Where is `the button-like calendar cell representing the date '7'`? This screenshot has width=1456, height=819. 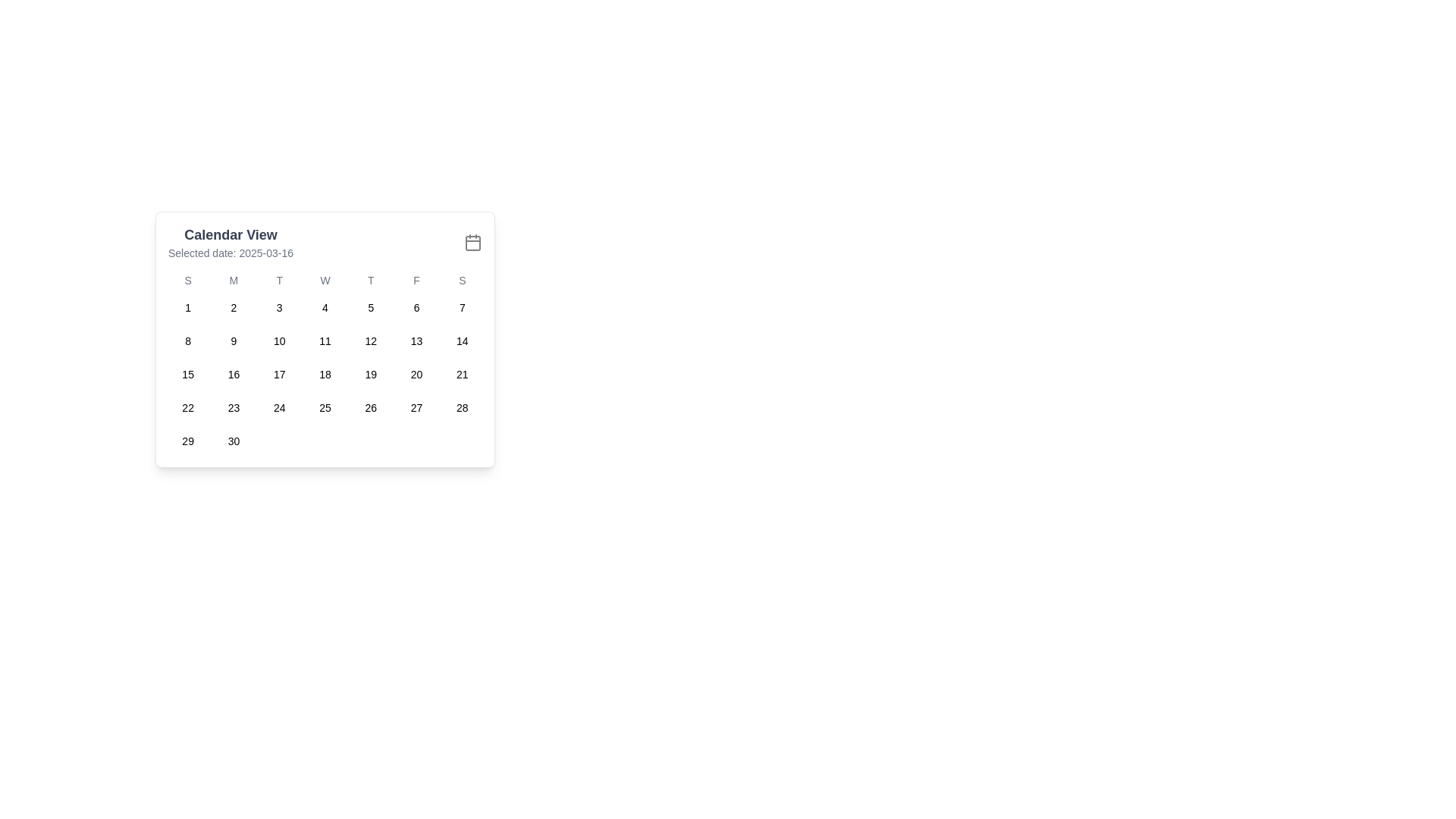
the button-like calendar cell representing the date '7' is located at coordinates (461, 307).